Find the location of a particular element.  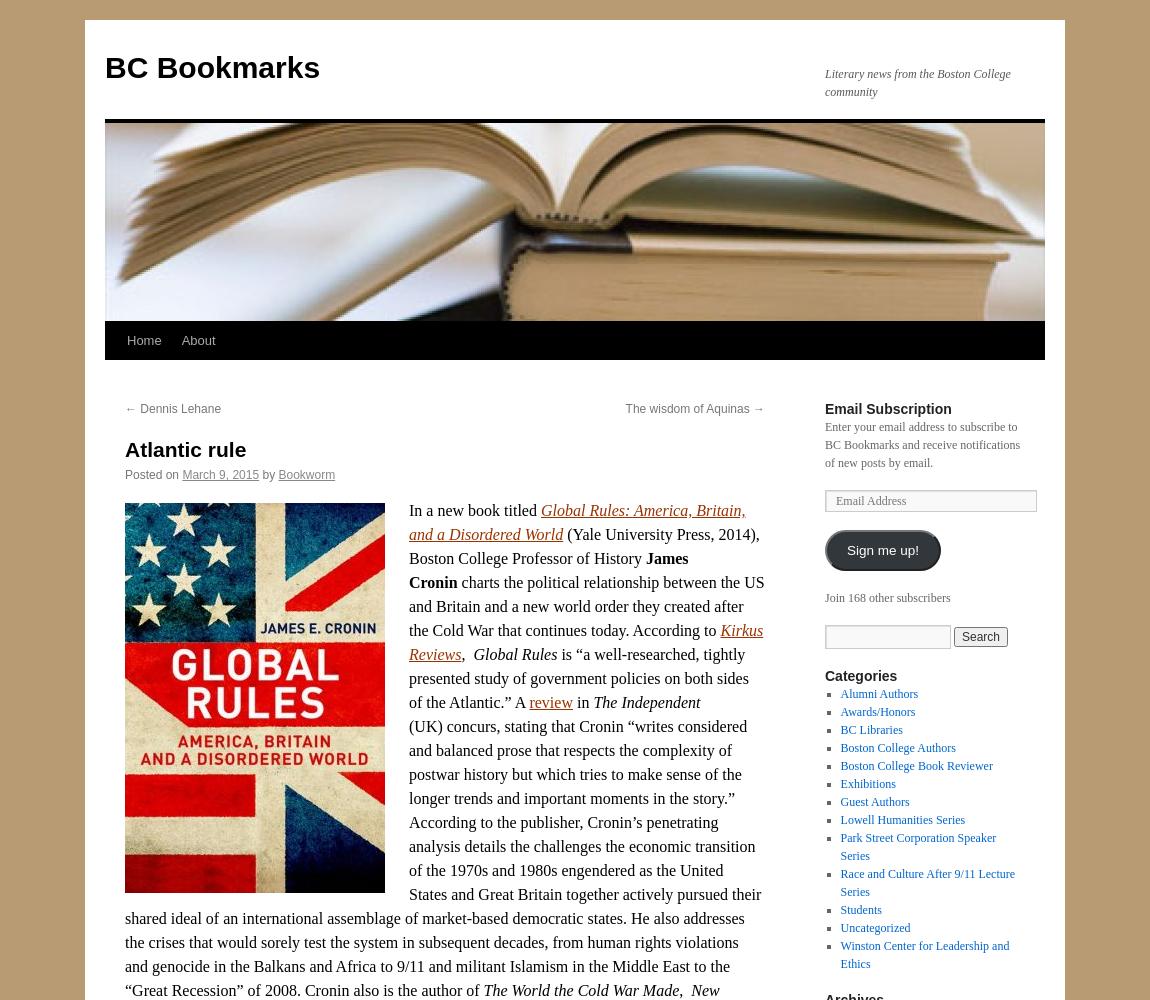

'concurs, stating that Cronin “writes considered and balanced prose that respects the complexity of postwar history but which tries to make sense of the longer trends and important moments in the story.” According to the publisher, Cronin’s penetrating analysis details the challenges the economic transition of the 1970s and 1980s engendered as the United States and Great Britain together actively pursued their shared ideal of an international assemblage of market-based democratic states. He also addresses the crises that would sorely test the system in subsequent decades, from human rights violations and genocide in the Balkans and Africa to 9/11 and militant Islamism in the Middle East to the “Great Recession” of 2008. Cronin also is the author of' is located at coordinates (442, 857).